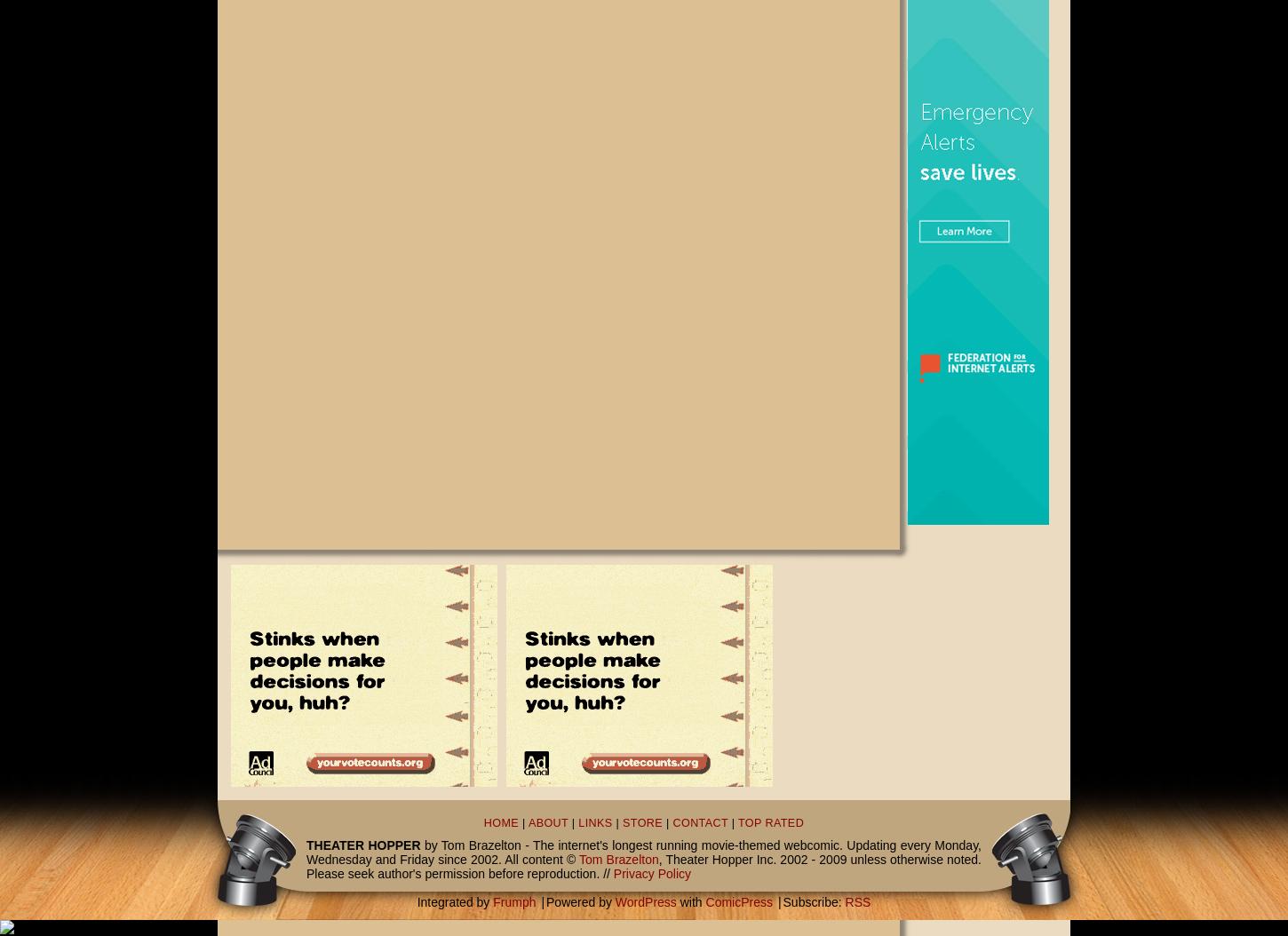 Image resolution: width=1288 pixels, height=936 pixels. What do you see at coordinates (644, 867) in the screenshot?
I see `',  Theater Hopper Inc. 2002 - 2009 unless otherwise noted. Please seek author's permission before reproduction. //'` at bounding box center [644, 867].